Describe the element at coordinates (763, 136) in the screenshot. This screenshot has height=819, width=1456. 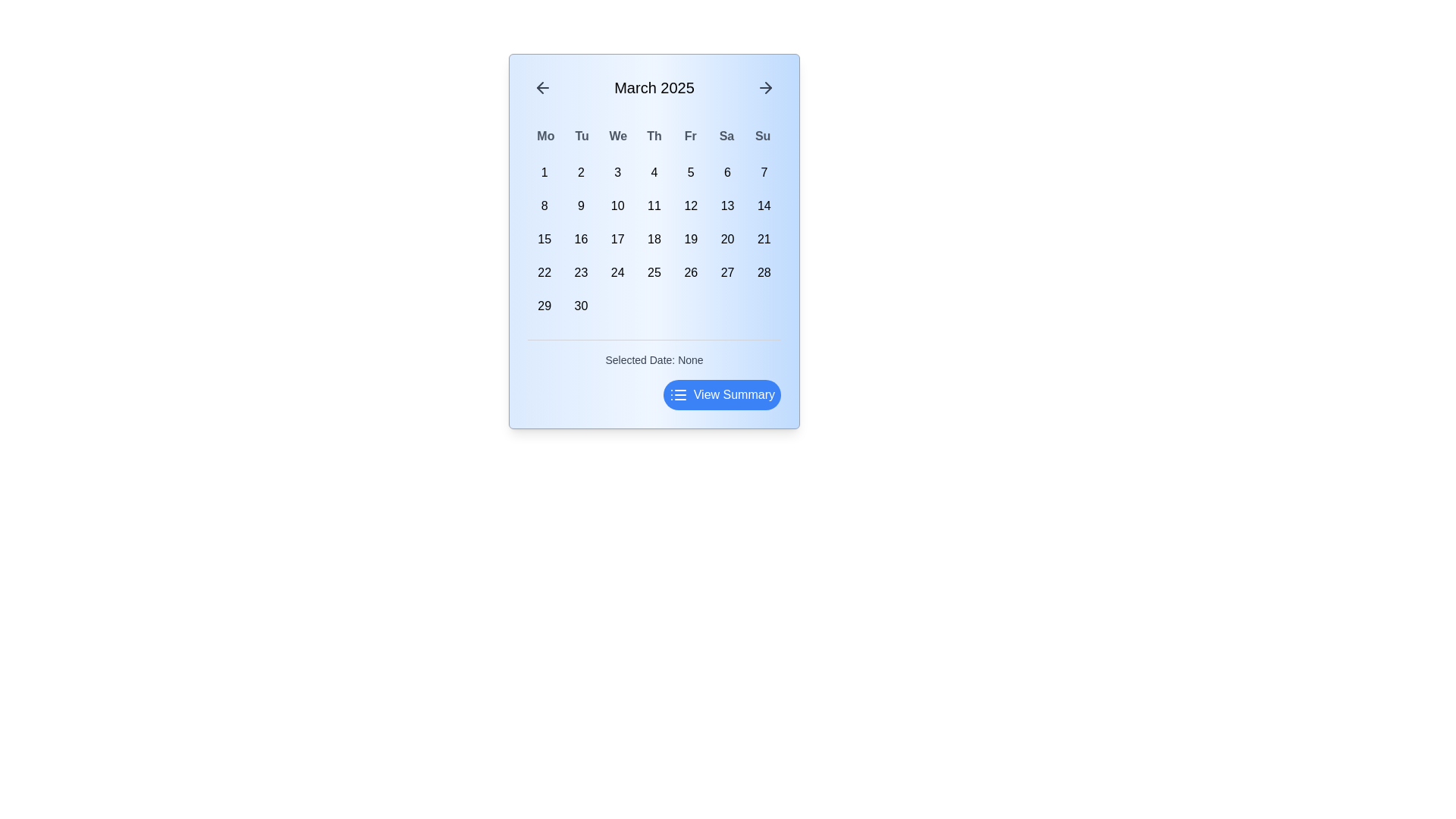
I see `the text label displaying 'Su' in the top-right cell of the calendar interface, which is styled with a bold font and medium gray color` at that location.